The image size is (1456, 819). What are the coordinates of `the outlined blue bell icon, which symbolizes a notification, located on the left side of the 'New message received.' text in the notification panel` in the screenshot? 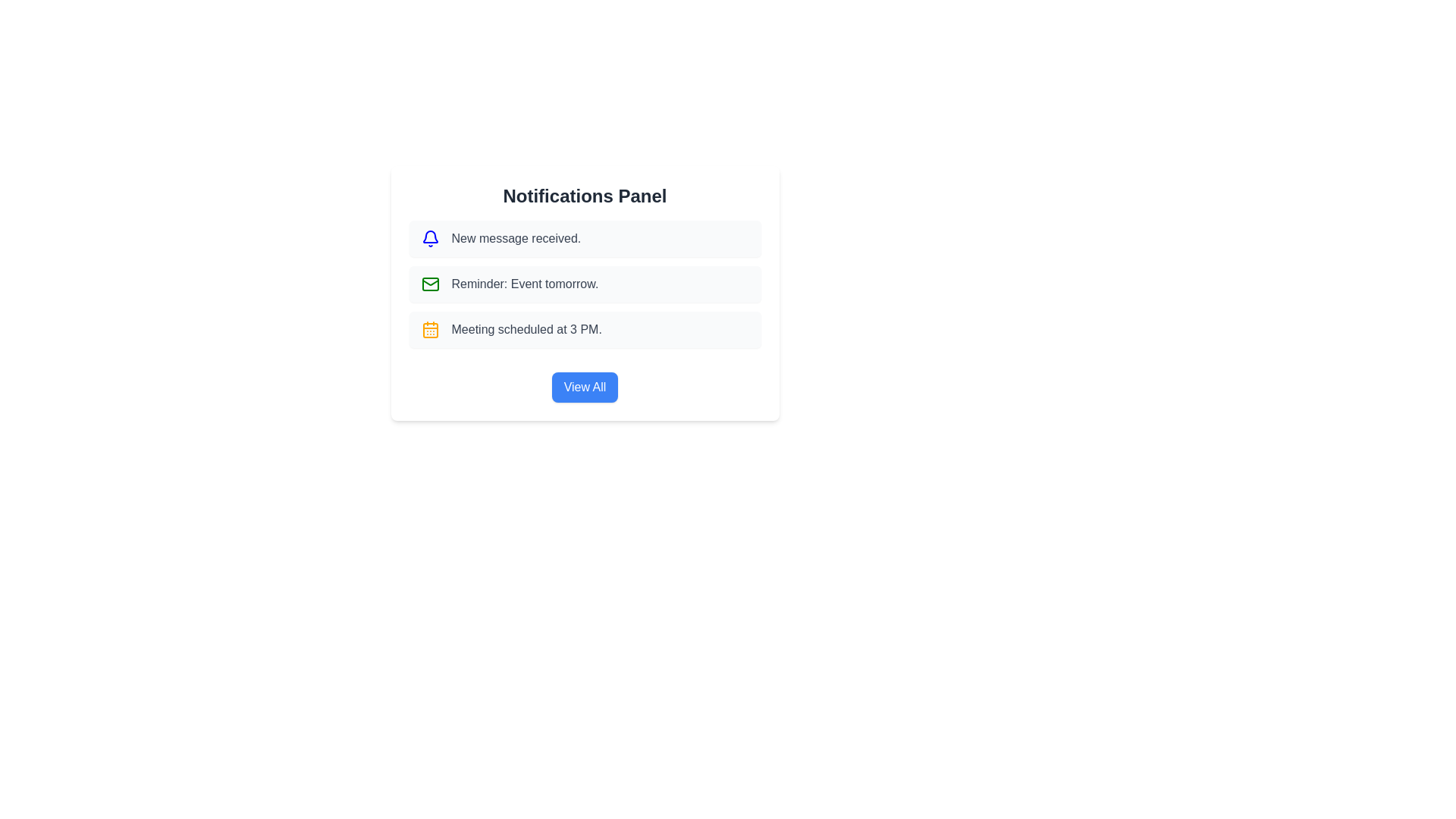 It's located at (429, 239).